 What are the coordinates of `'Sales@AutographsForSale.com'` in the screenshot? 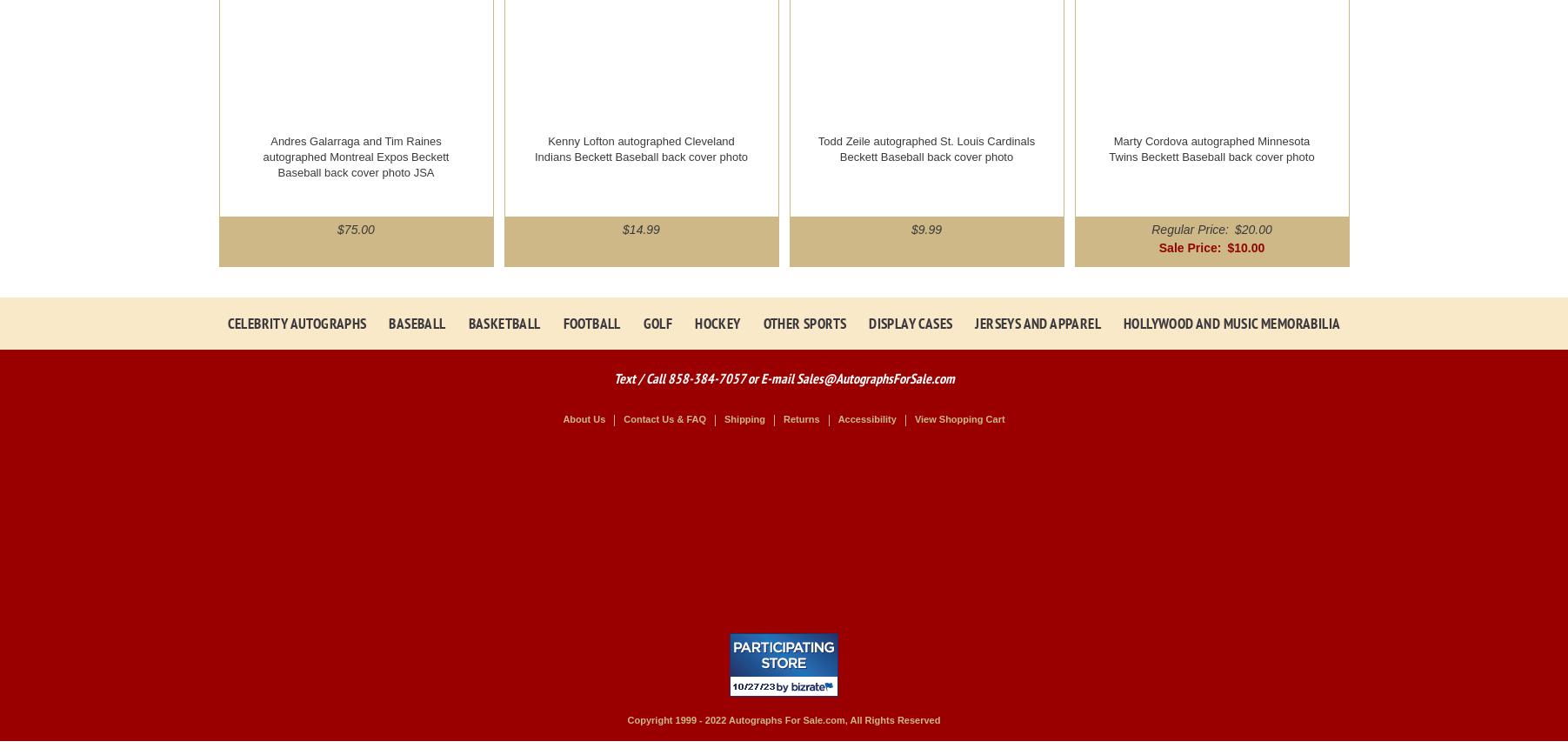 It's located at (874, 378).